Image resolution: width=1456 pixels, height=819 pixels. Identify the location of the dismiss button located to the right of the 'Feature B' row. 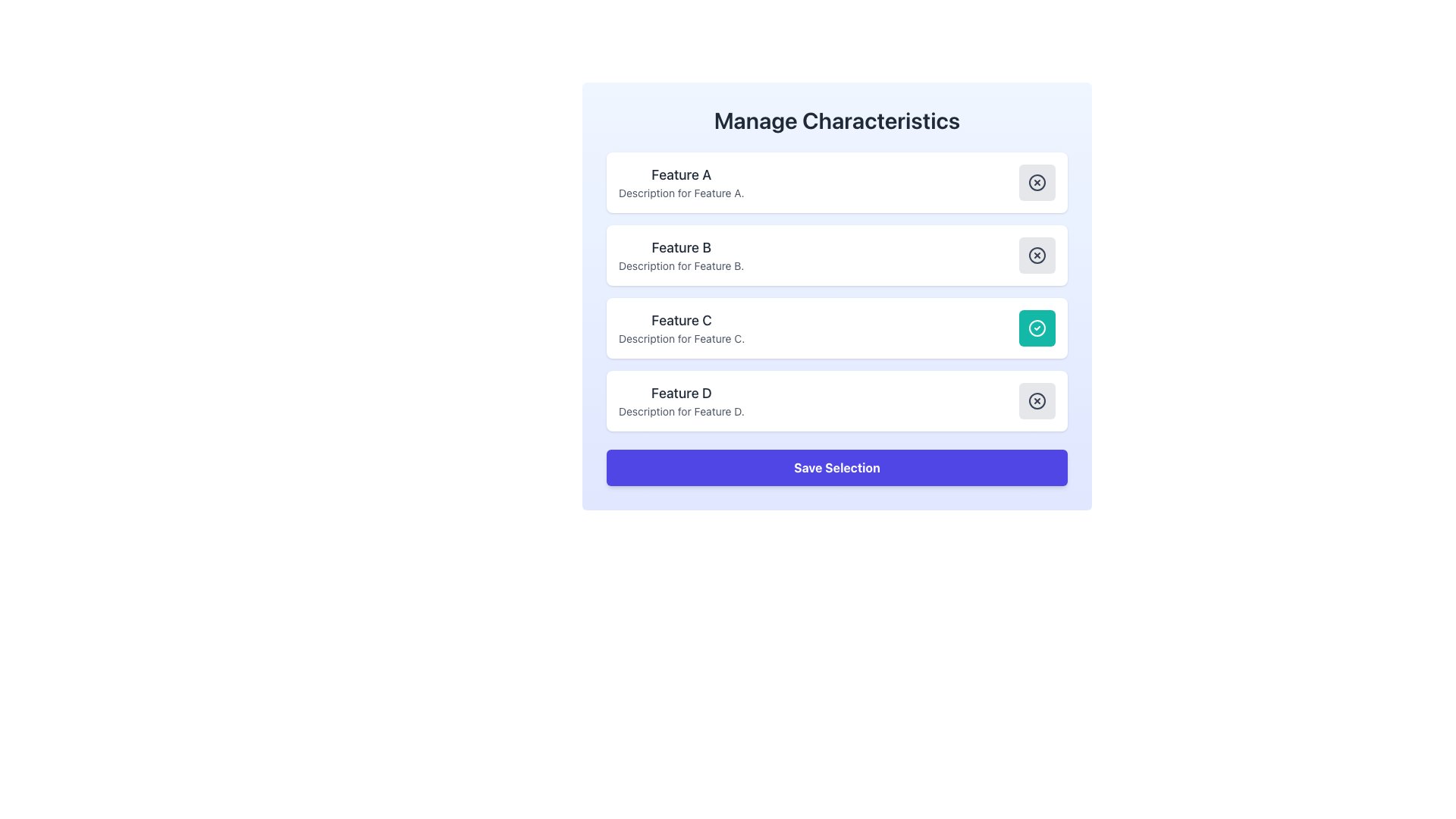
(1037, 254).